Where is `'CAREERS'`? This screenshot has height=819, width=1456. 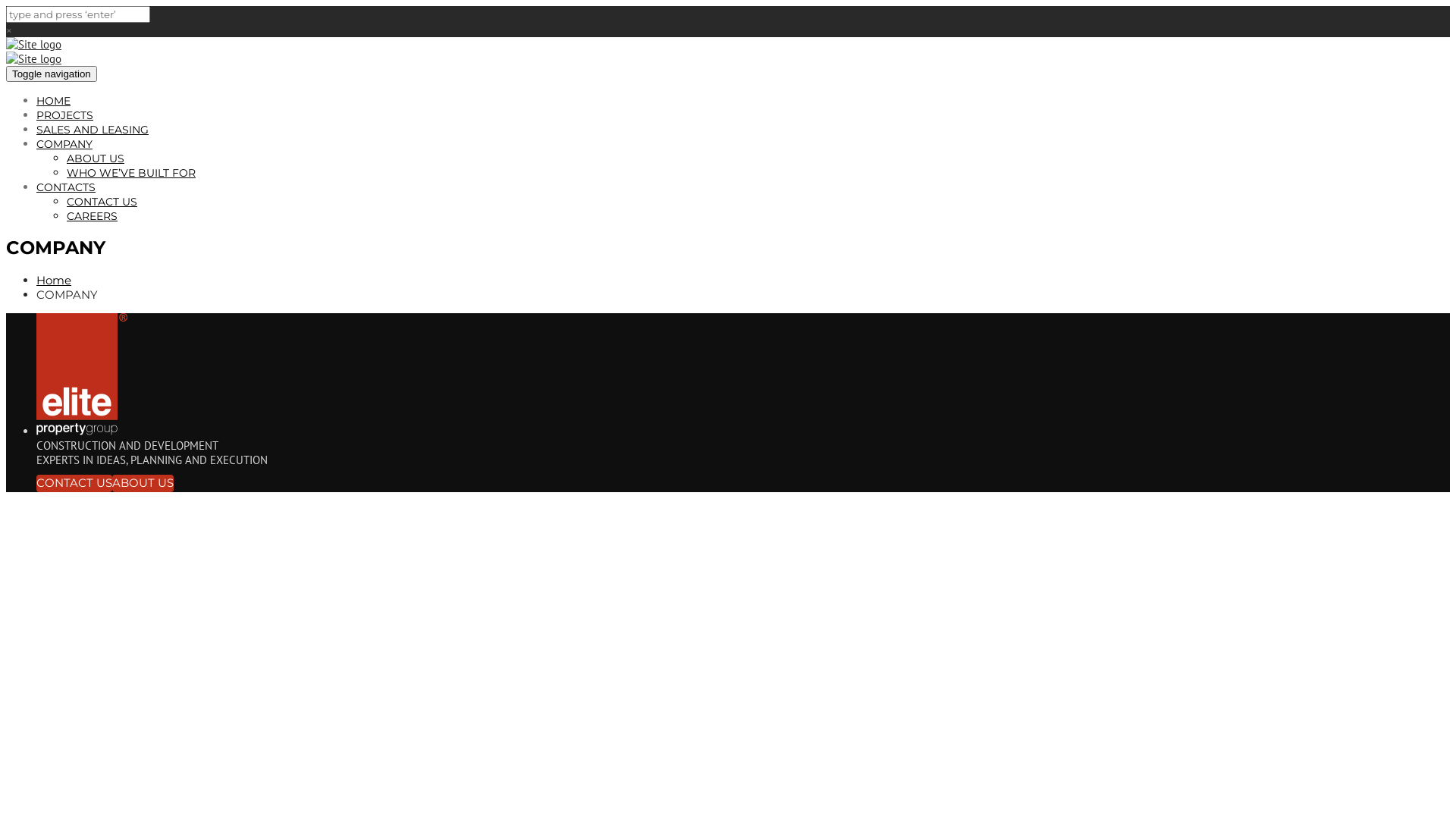 'CAREERS' is located at coordinates (91, 216).